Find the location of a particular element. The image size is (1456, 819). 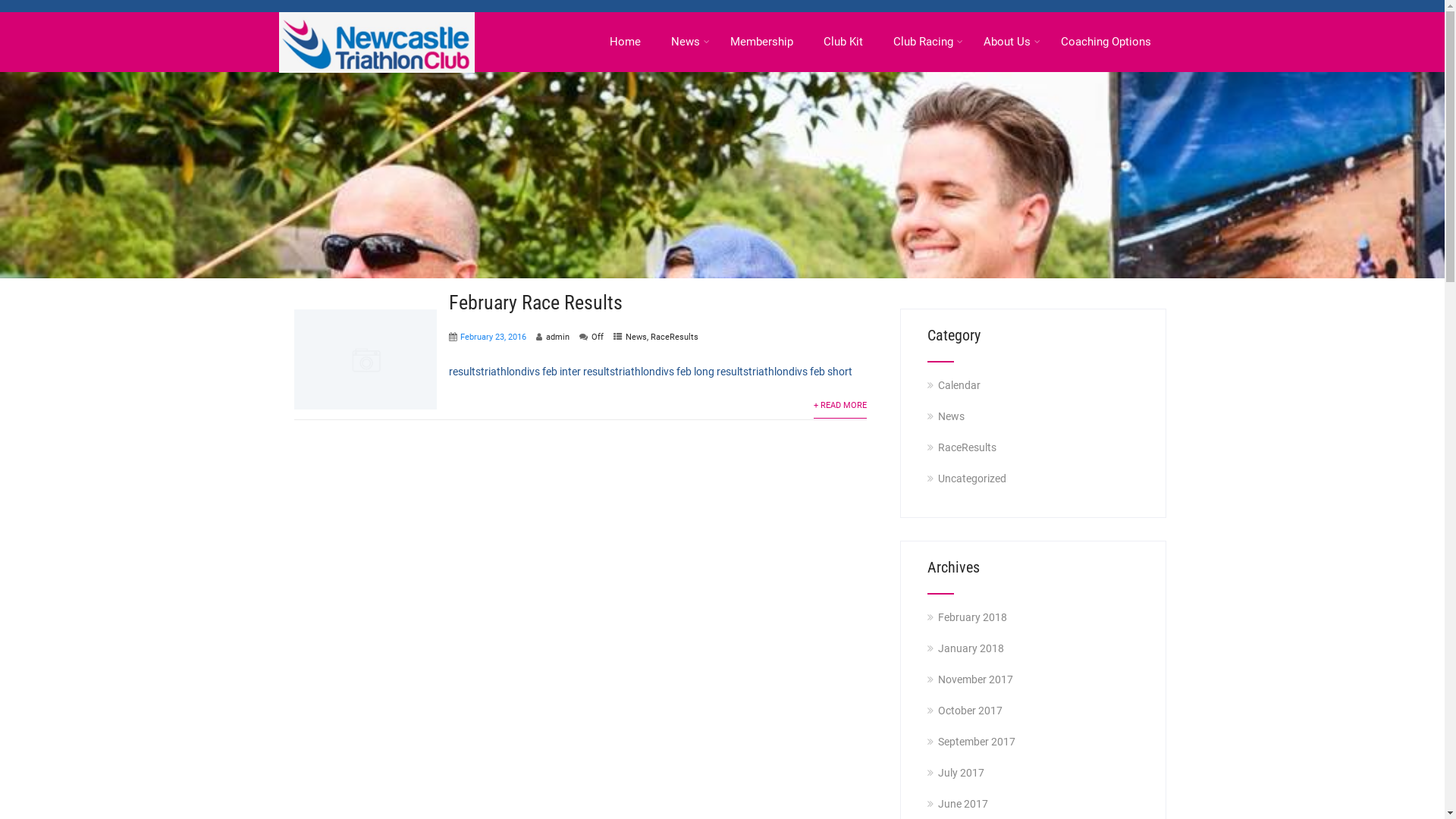

'February Race Results' is located at coordinates (535, 302).